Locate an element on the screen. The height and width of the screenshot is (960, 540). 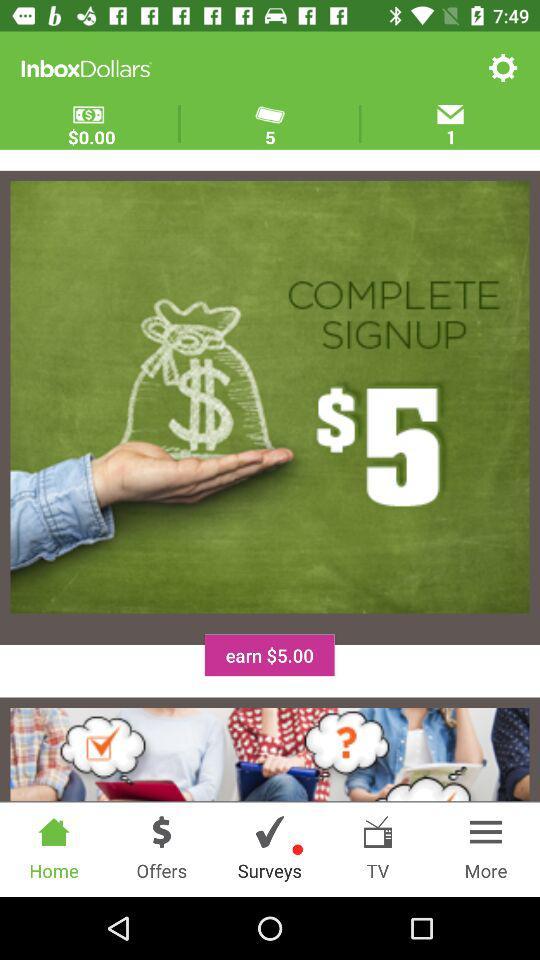
the earn $5.00 is located at coordinates (269, 654).